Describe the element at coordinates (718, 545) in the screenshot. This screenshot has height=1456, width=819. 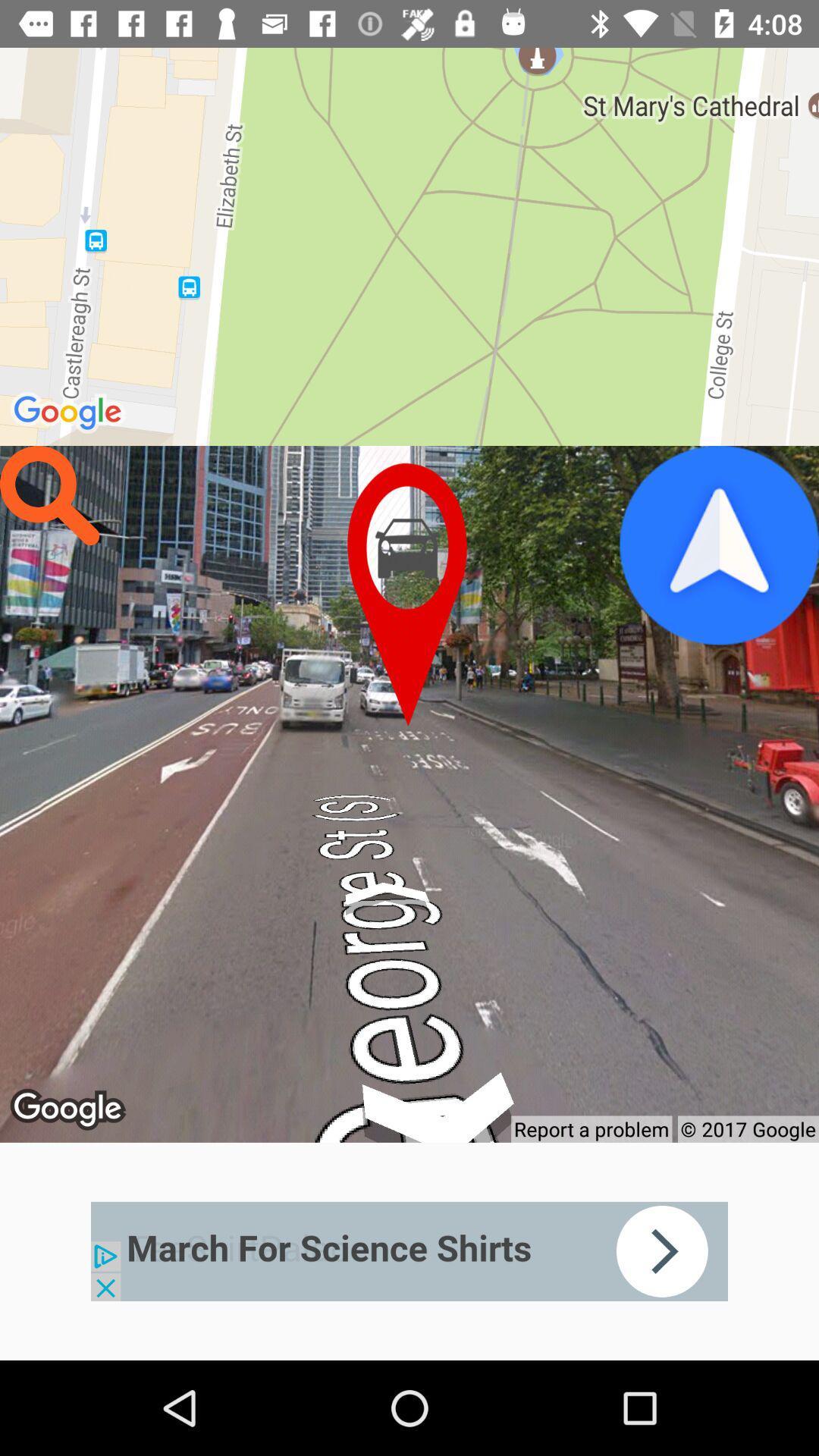
I see `start navigation` at that location.